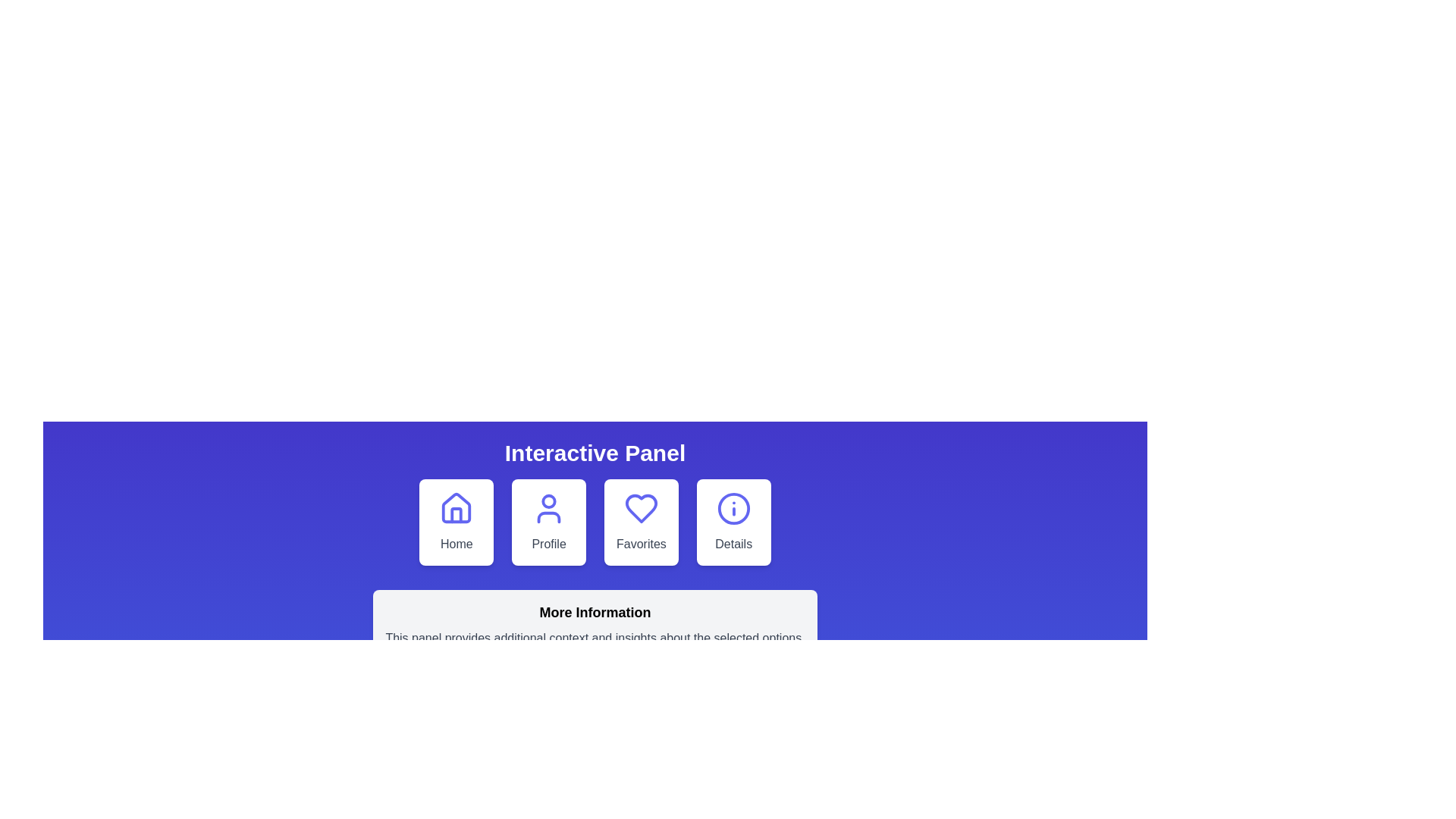 Image resolution: width=1456 pixels, height=819 pixels. Describe the element at coordinates (548, 522) in the screenshot. I see `the profile button located between the Home and Favorites buttons to trigger a visual effect` at that location.